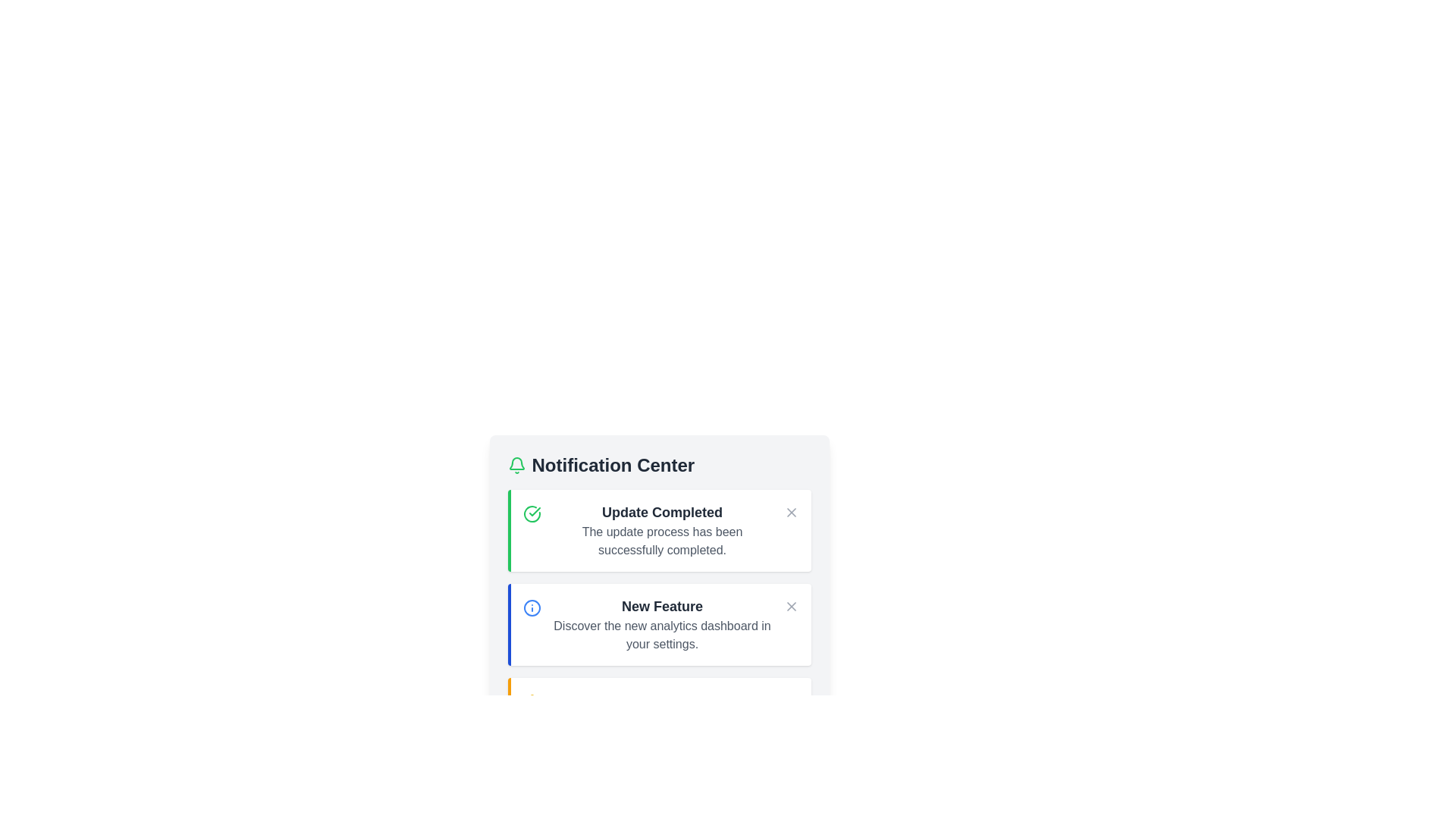 Image resolution: width=1456 pixels, height=819 pixels. What do you see at coordinates (516, 464) in the screenshot?
I see `the notification icon located to the left of the 'Notification Center' text` at bounding box center [516, 464].